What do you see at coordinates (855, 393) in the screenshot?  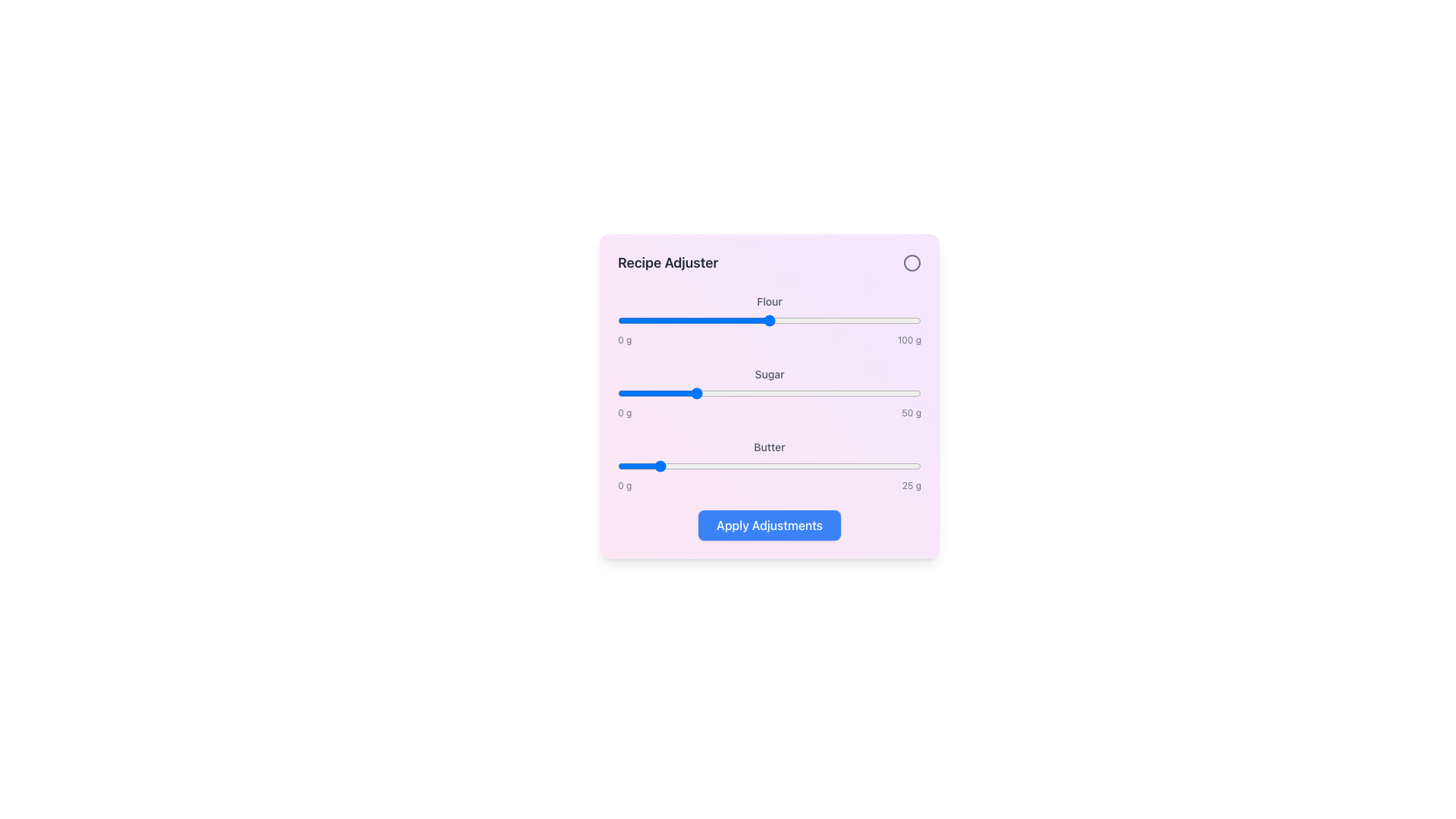 I see `sugar level` at bounding box center [855, 393].